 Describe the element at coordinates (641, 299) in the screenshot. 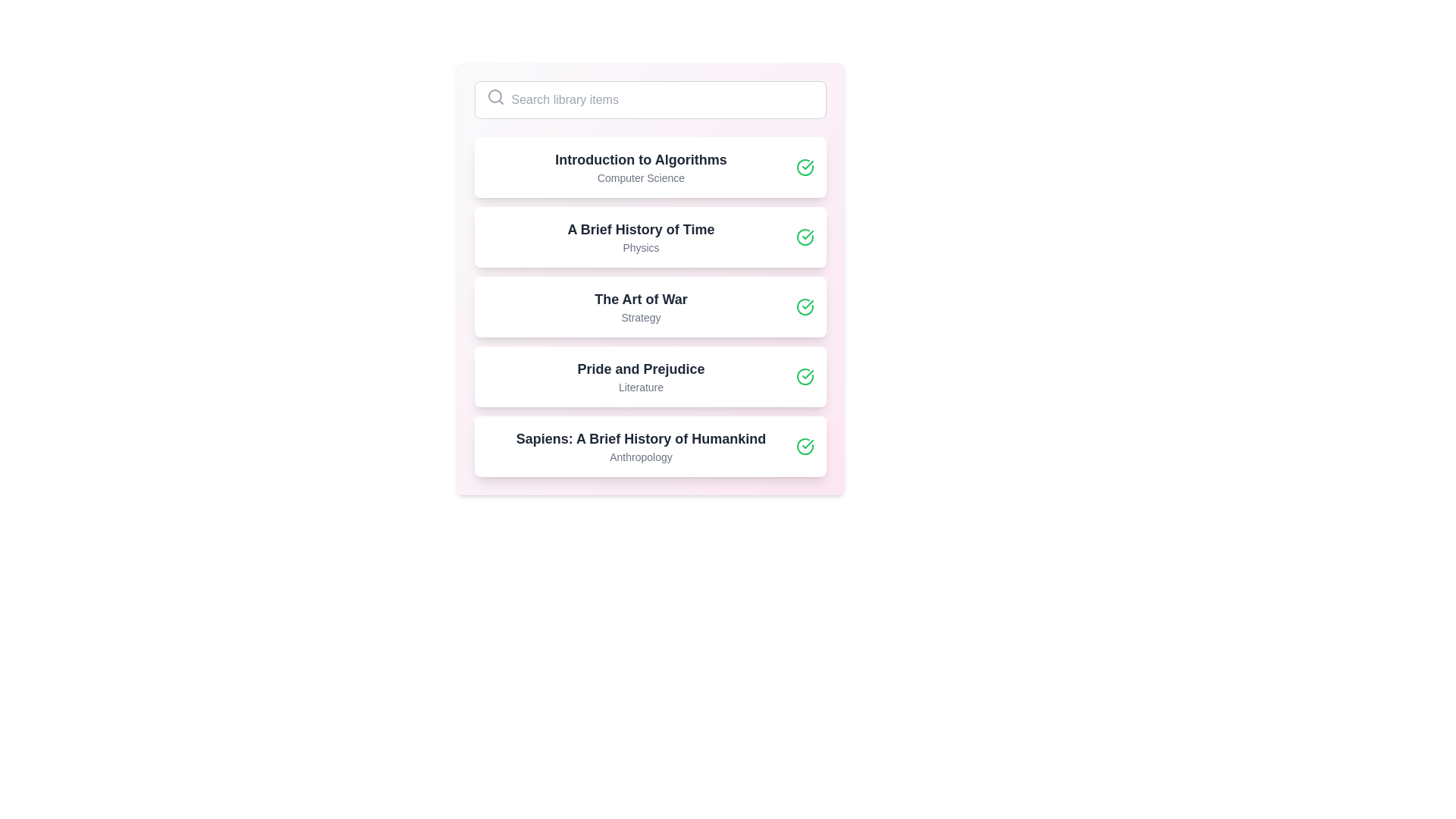

I see `the text label displaying 'The Art of War' in bold and dark font, positioned as the title within the third item card above the subtitle 'Strategy'` at that location.